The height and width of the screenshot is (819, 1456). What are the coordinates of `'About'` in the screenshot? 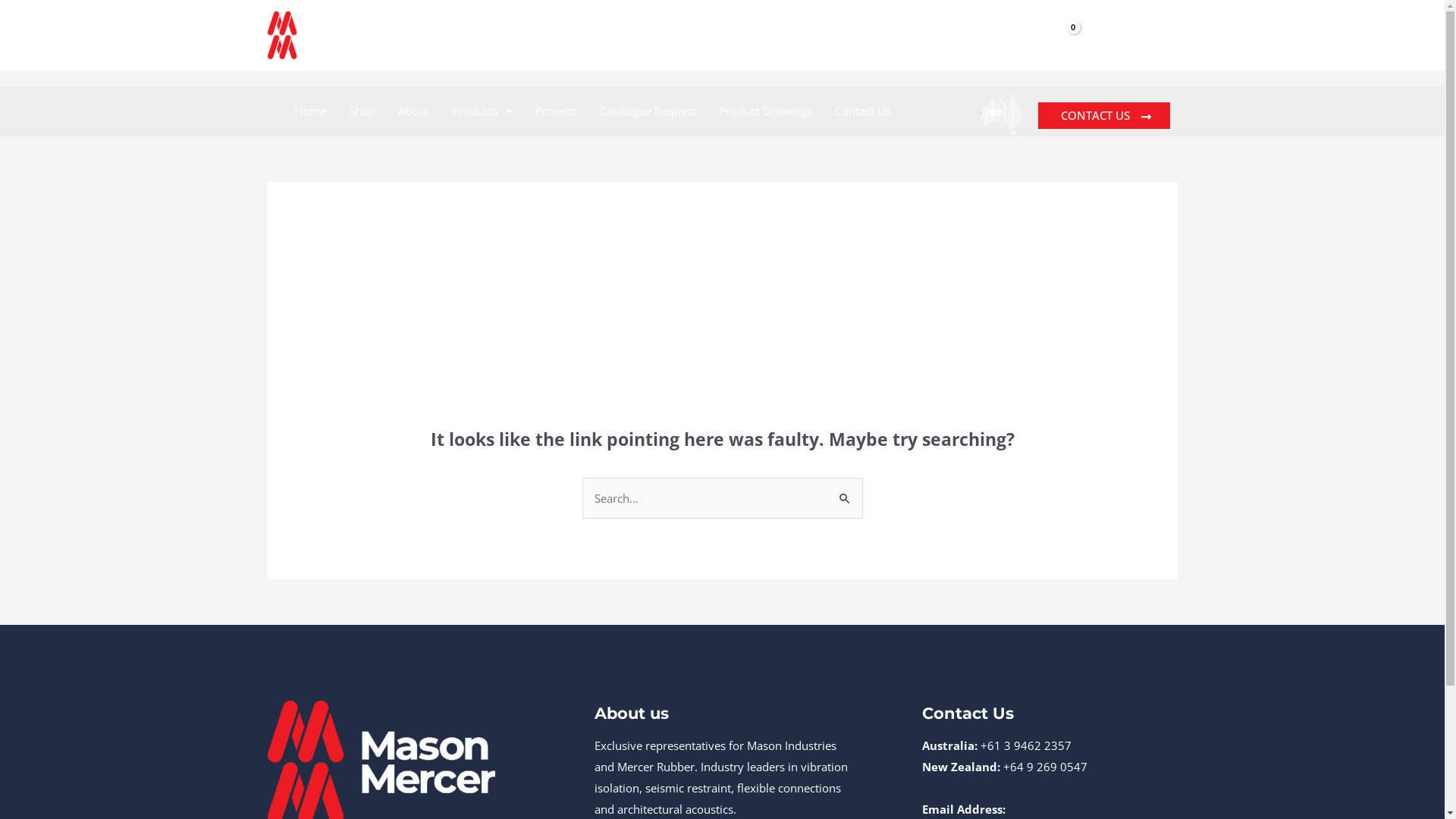 It's located at (413, 110).